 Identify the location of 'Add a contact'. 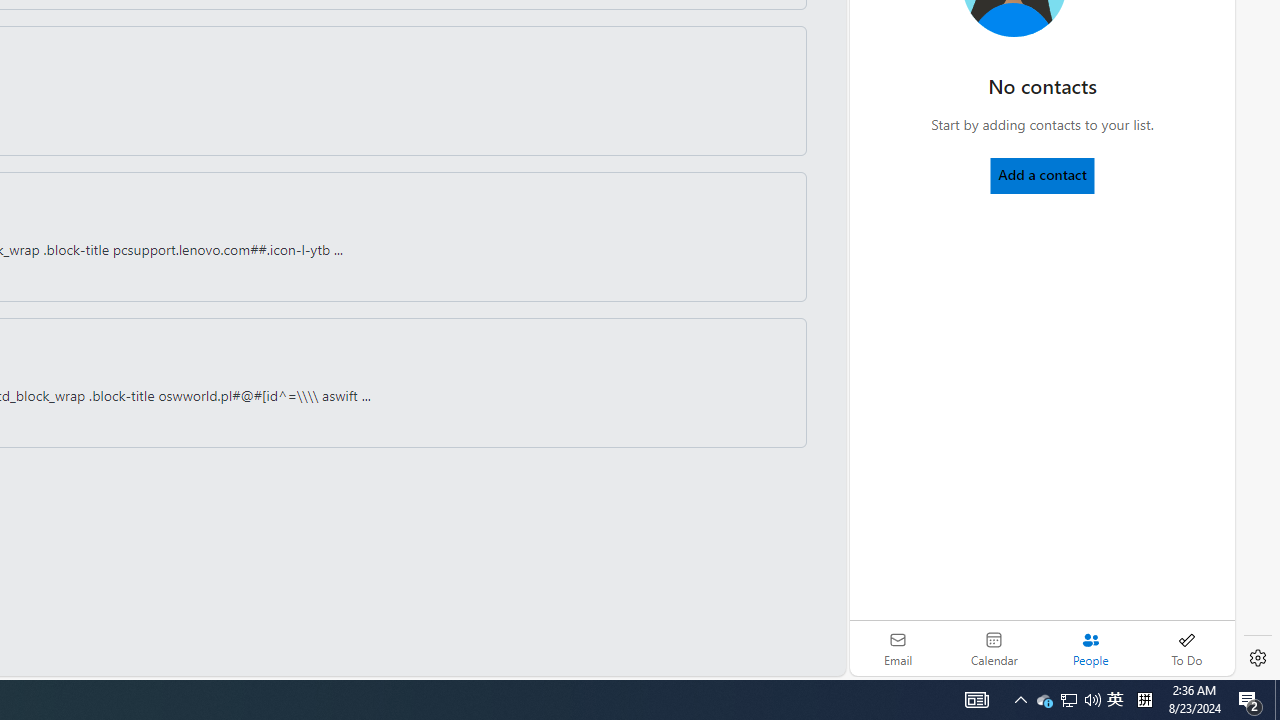
(1040, 174).